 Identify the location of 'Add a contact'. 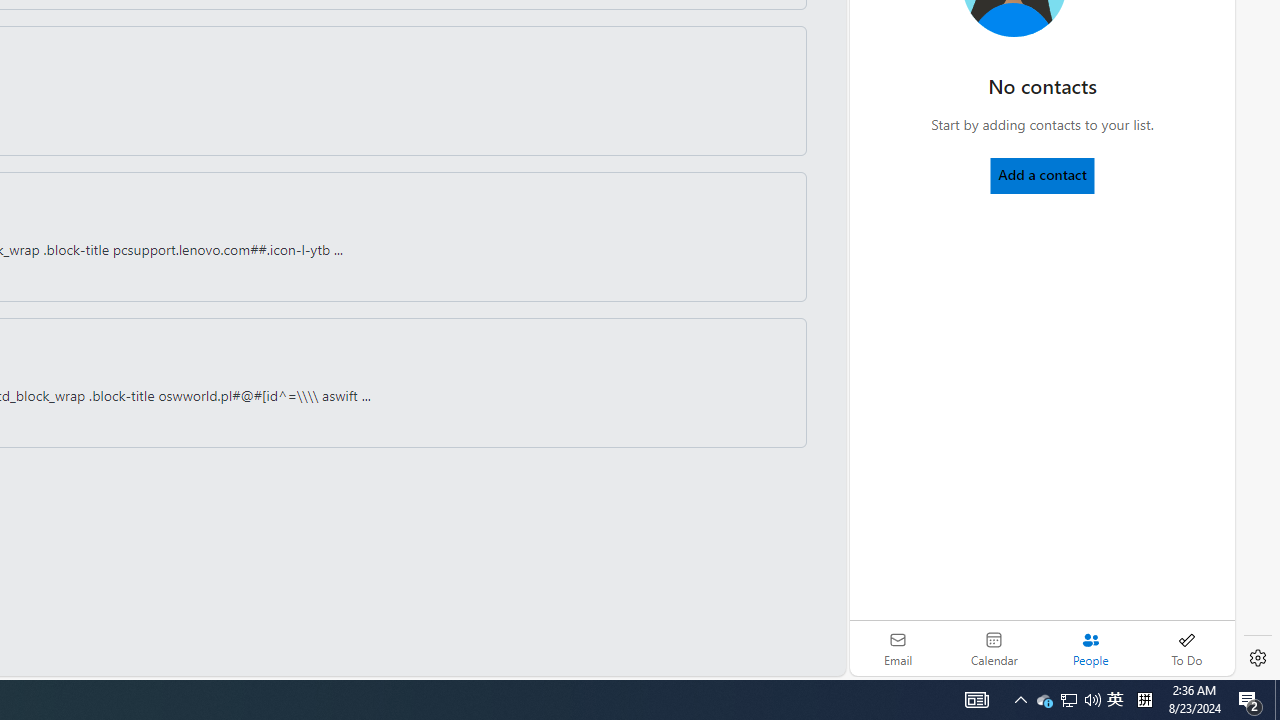
(1040, 174).